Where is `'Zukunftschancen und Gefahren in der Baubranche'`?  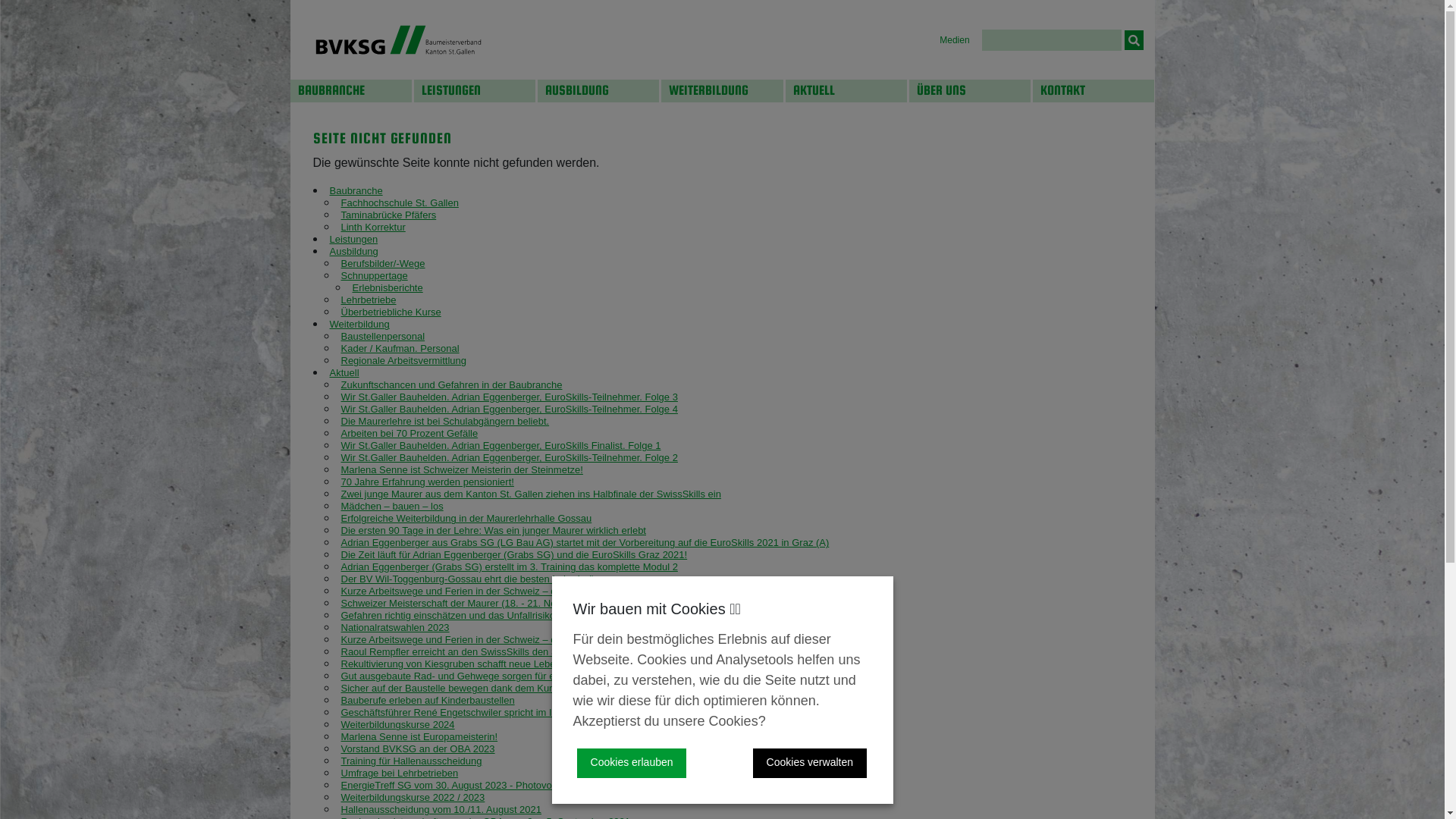
'Zukunftschancen und Gefahren in der Baubranche' is located at coordinates (340, 384).